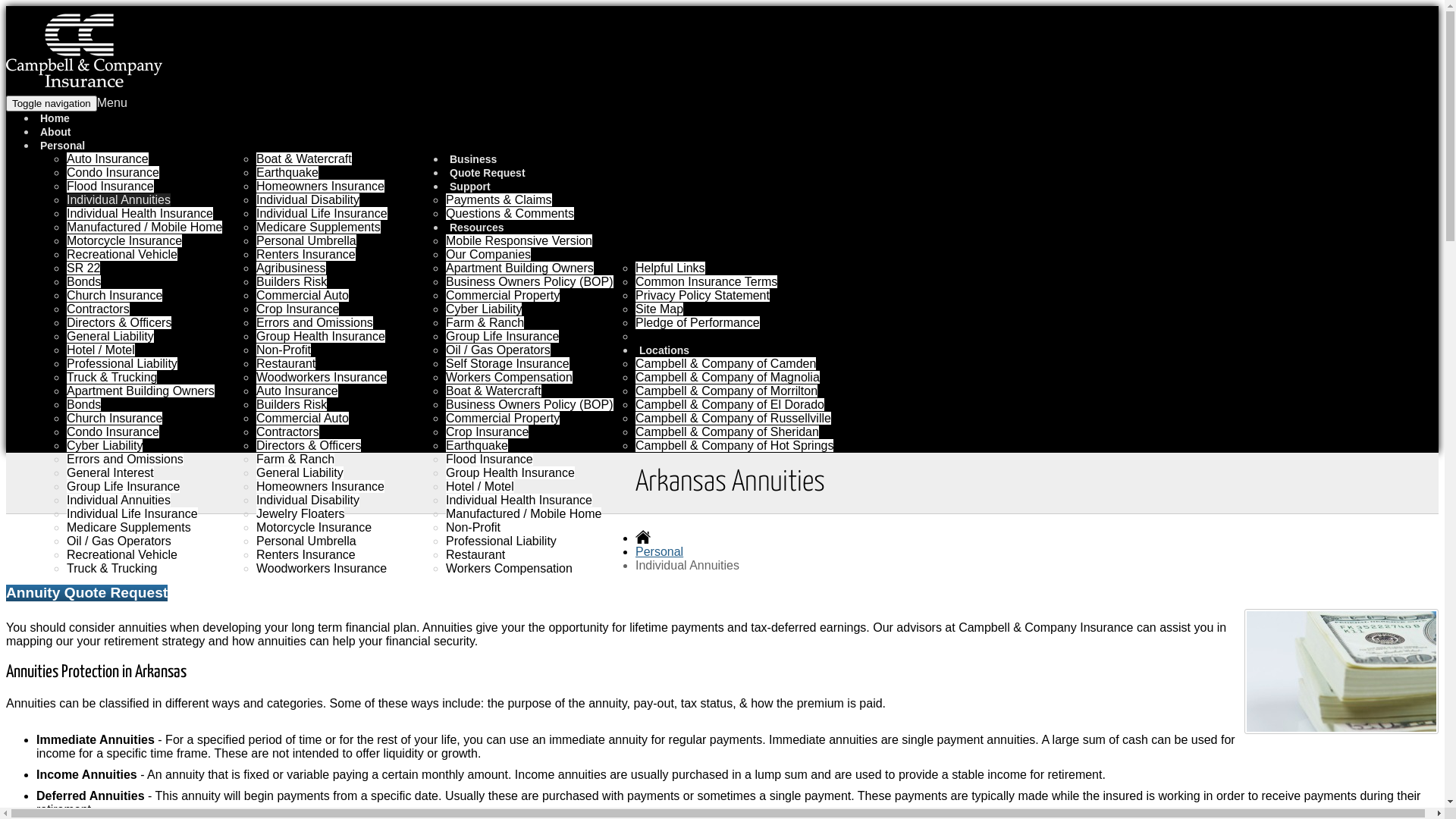 This screenshot has height=819, width=1456. I want to click on 'Commercial Property', so click(502, 418).